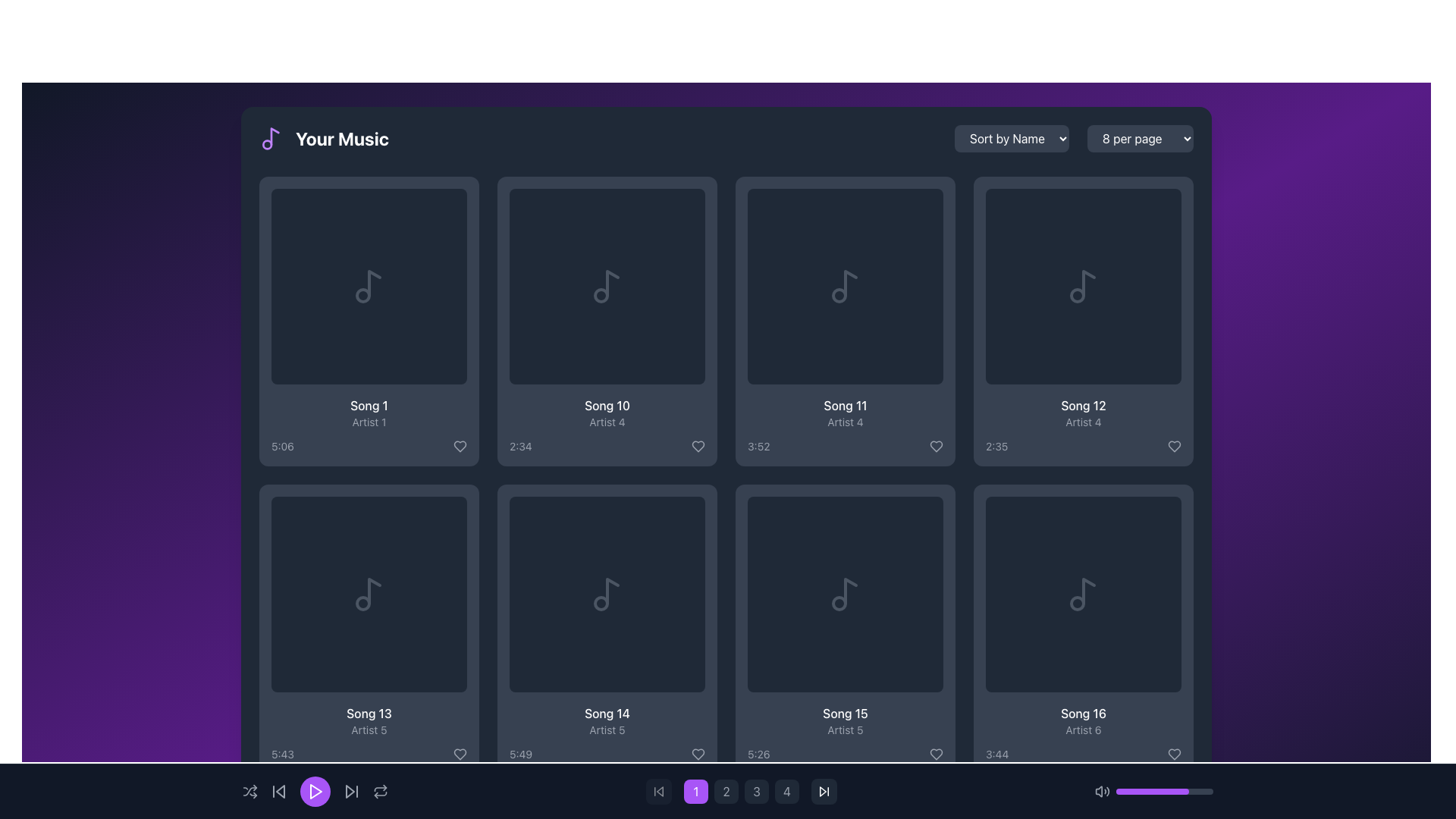 Image resolution: width=1456 pixels, height=819 pixels. What do you see at coordinates (844, 422) in the screenshot?
I see `the static text element displaying the artist's name associated with the song, which is positioned under 'Song 11' and above '3:52'` at bounding box center [844, 422].